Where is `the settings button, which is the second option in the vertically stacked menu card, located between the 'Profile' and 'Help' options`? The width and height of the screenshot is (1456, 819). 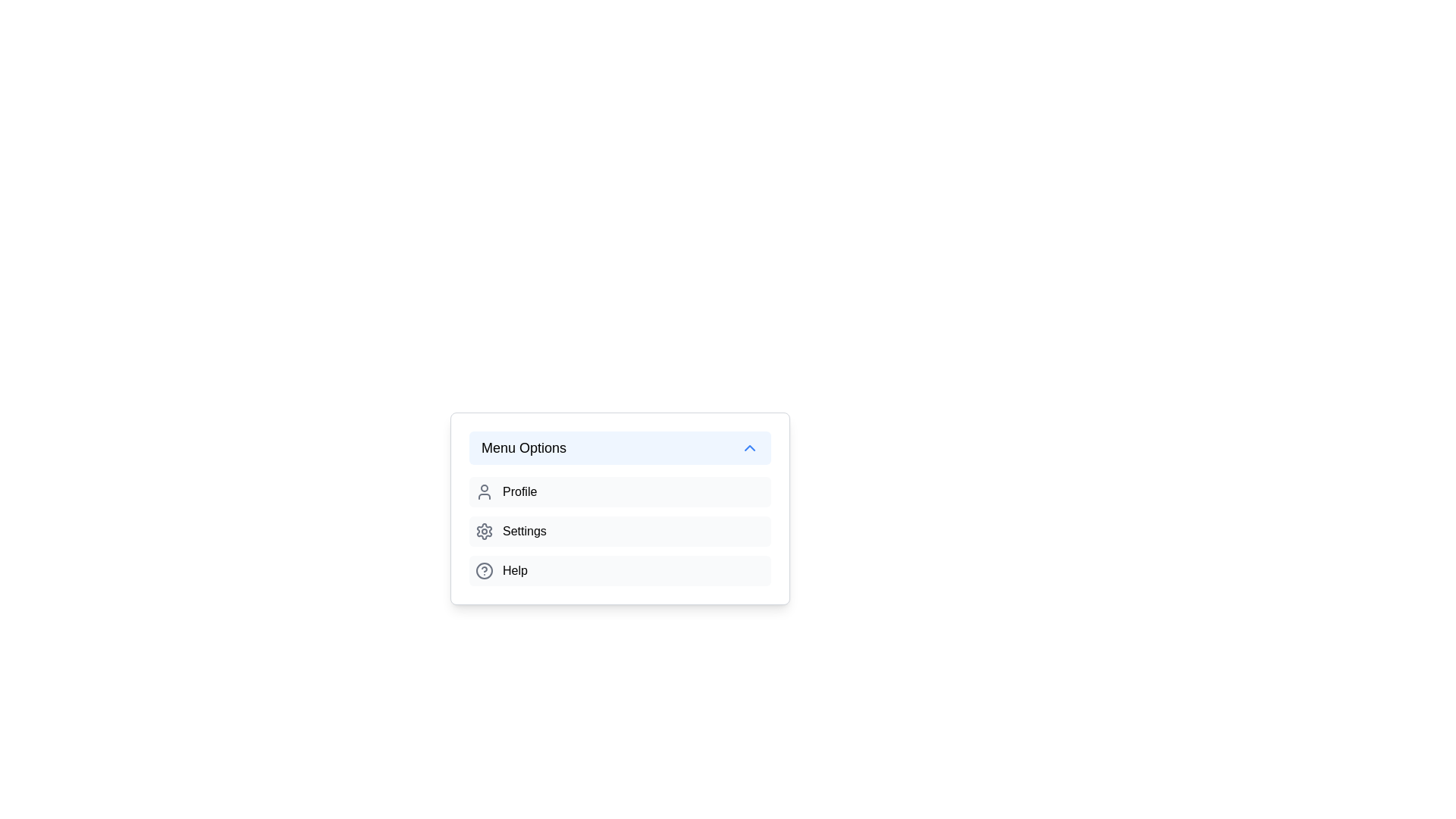
the settings button, which is the second option in the vertically stacked menu card, located between the 'Profile' and 'Help' options is located at coordinates (620, 531).